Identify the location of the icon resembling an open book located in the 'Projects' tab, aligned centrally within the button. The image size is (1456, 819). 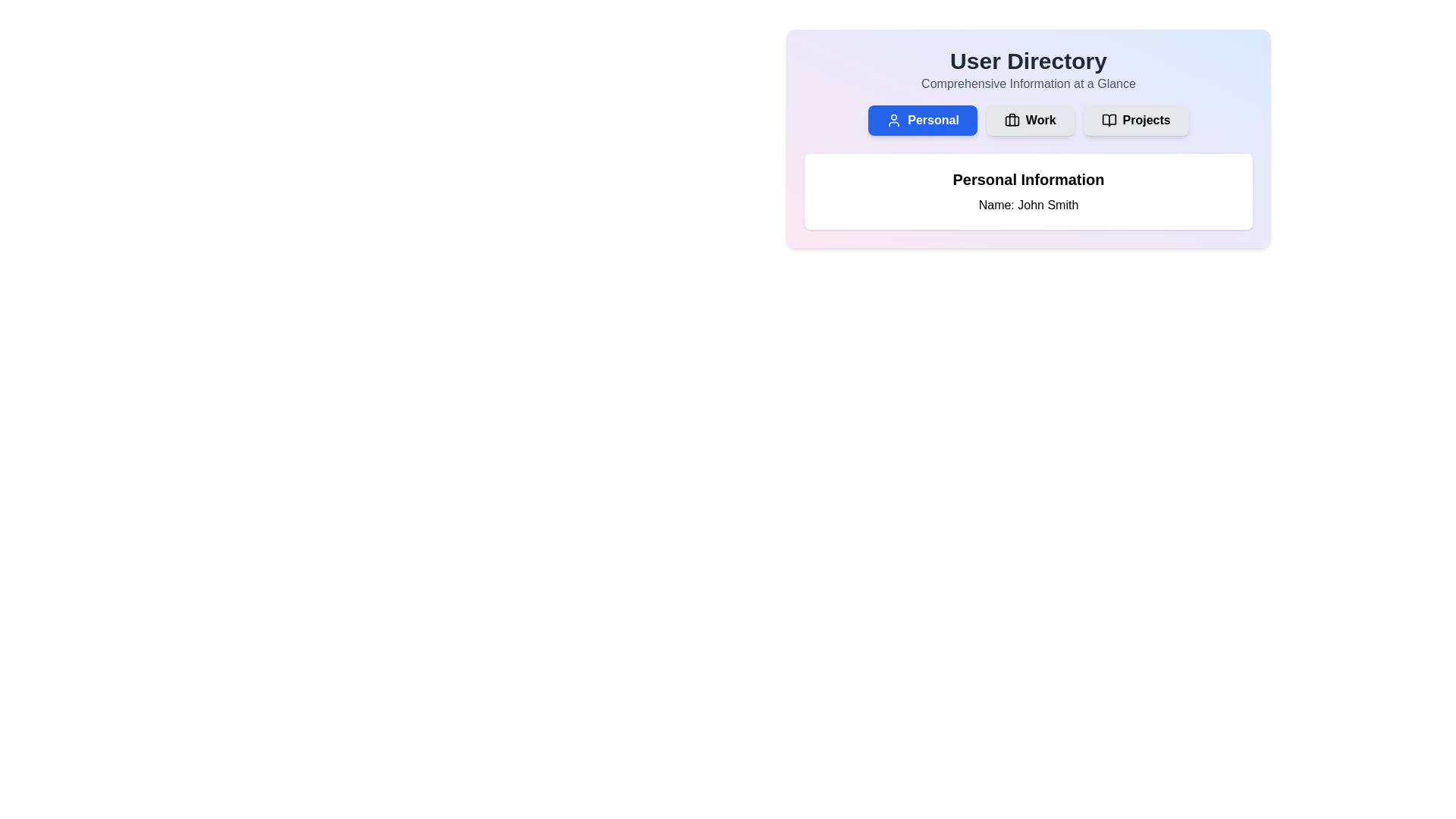
(1109, 119).